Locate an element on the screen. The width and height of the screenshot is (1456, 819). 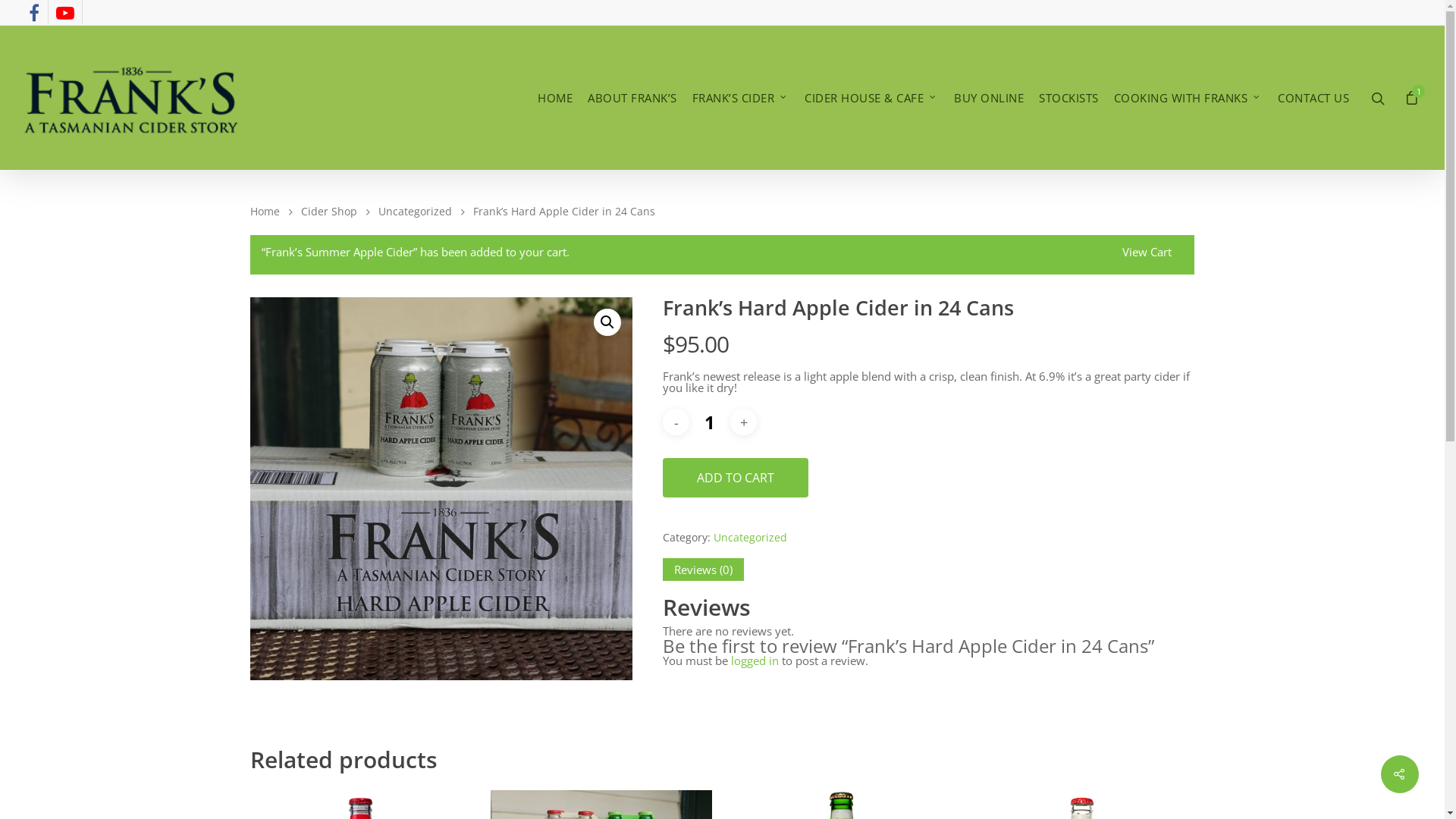
'Uncategorized' is located at coordinates (415, 211).